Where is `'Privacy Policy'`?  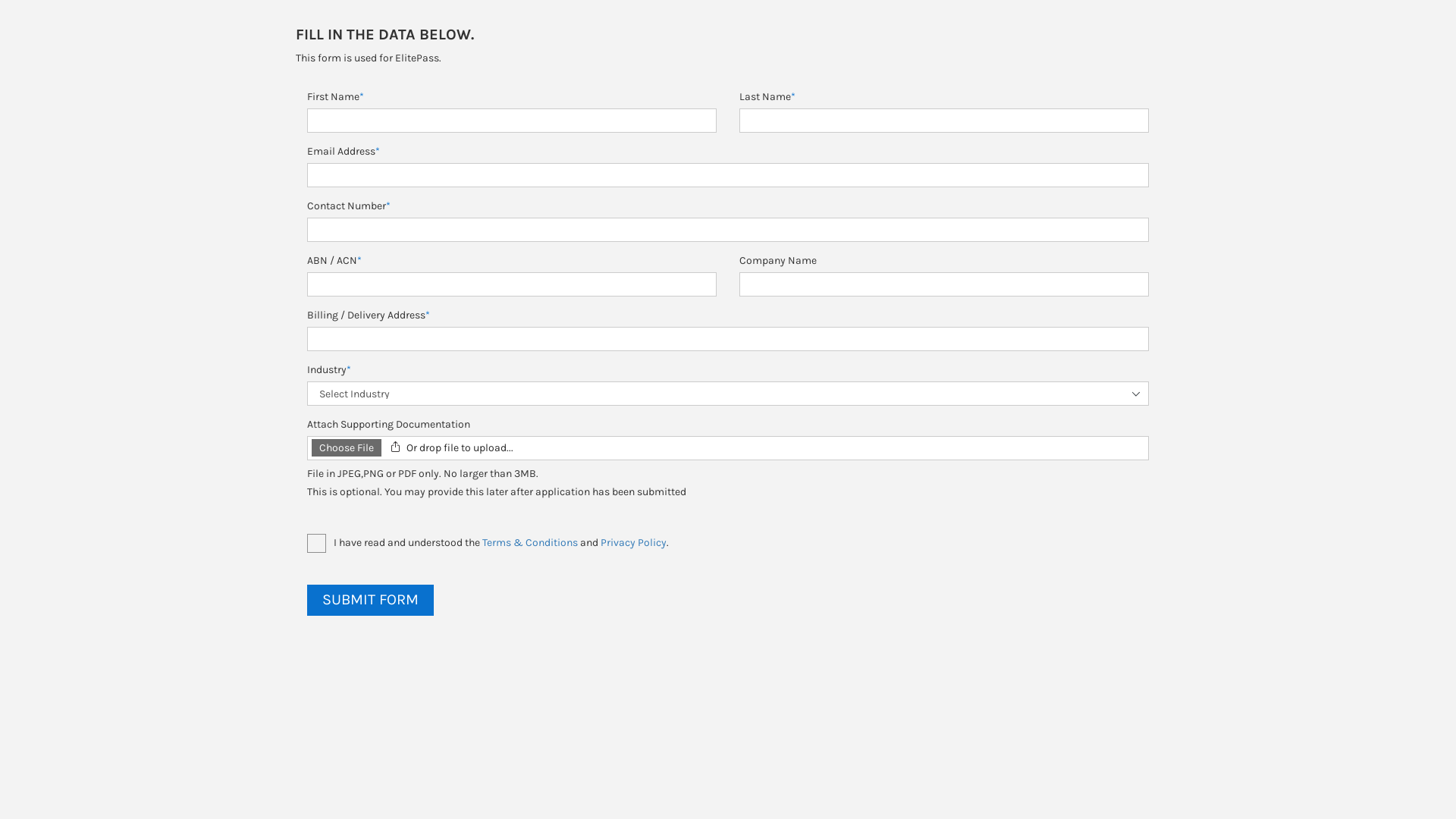
'Privacy Policy' is located at coordinates (633, 541).